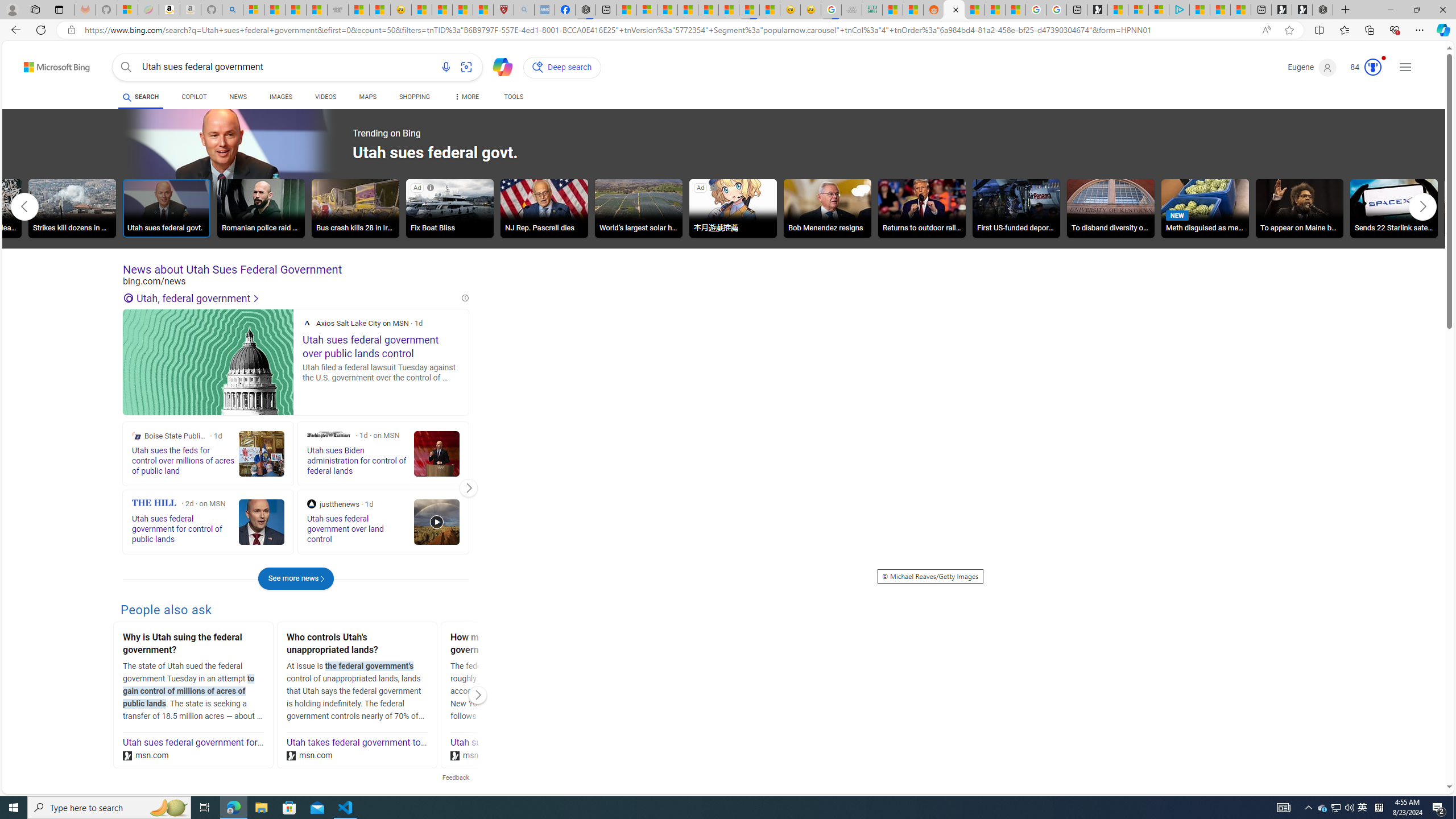  I want to click on 'News about Utah Sues Federal Government', so click(295, 270).